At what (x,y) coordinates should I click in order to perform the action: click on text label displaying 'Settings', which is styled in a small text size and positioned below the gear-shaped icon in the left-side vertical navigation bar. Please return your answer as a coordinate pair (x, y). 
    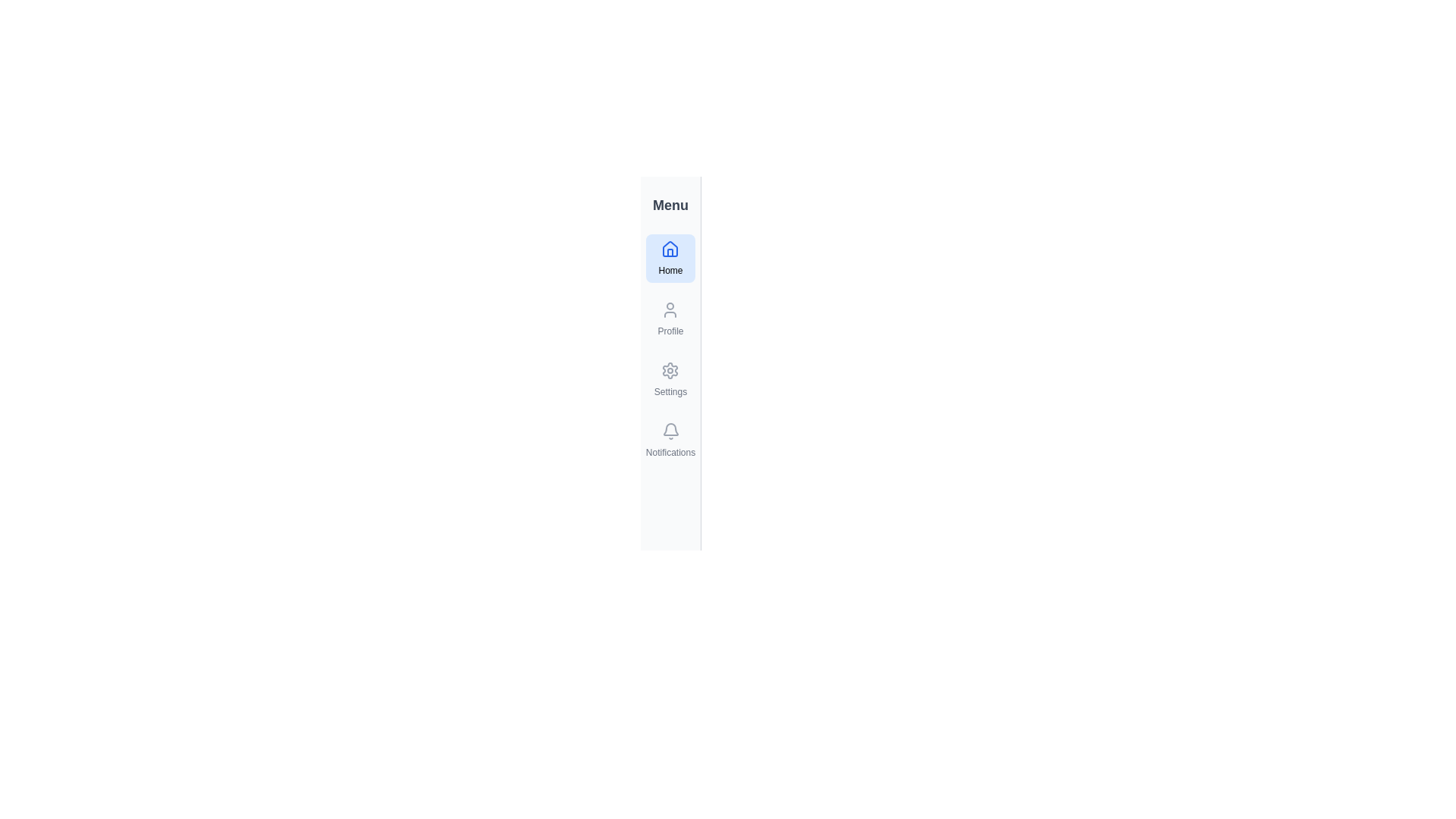
    Looking at the image, I should click on (670, 391).